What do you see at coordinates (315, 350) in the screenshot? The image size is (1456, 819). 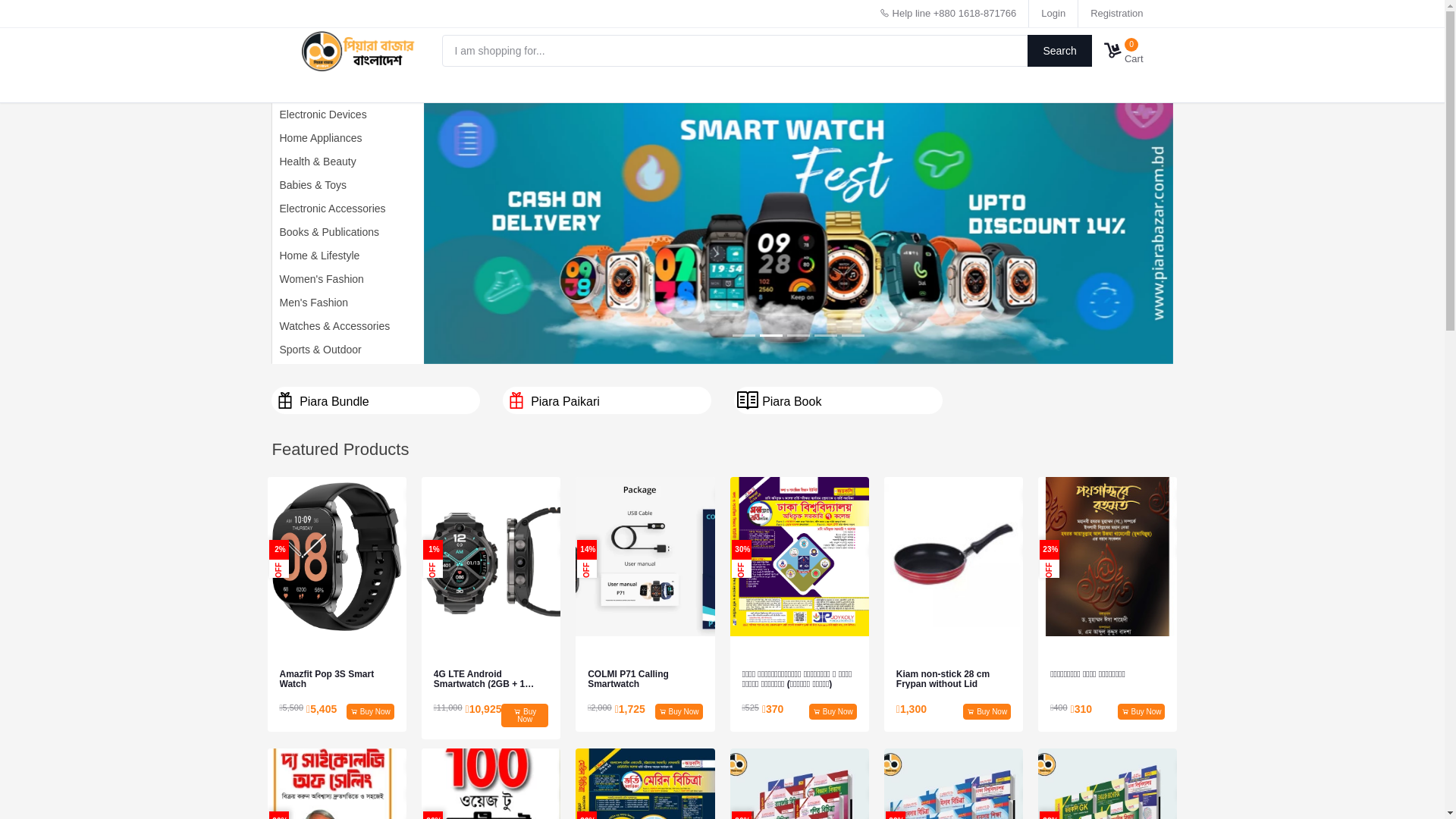 I see `'Sports & Outdoor'` at bounding box center [315, 350].